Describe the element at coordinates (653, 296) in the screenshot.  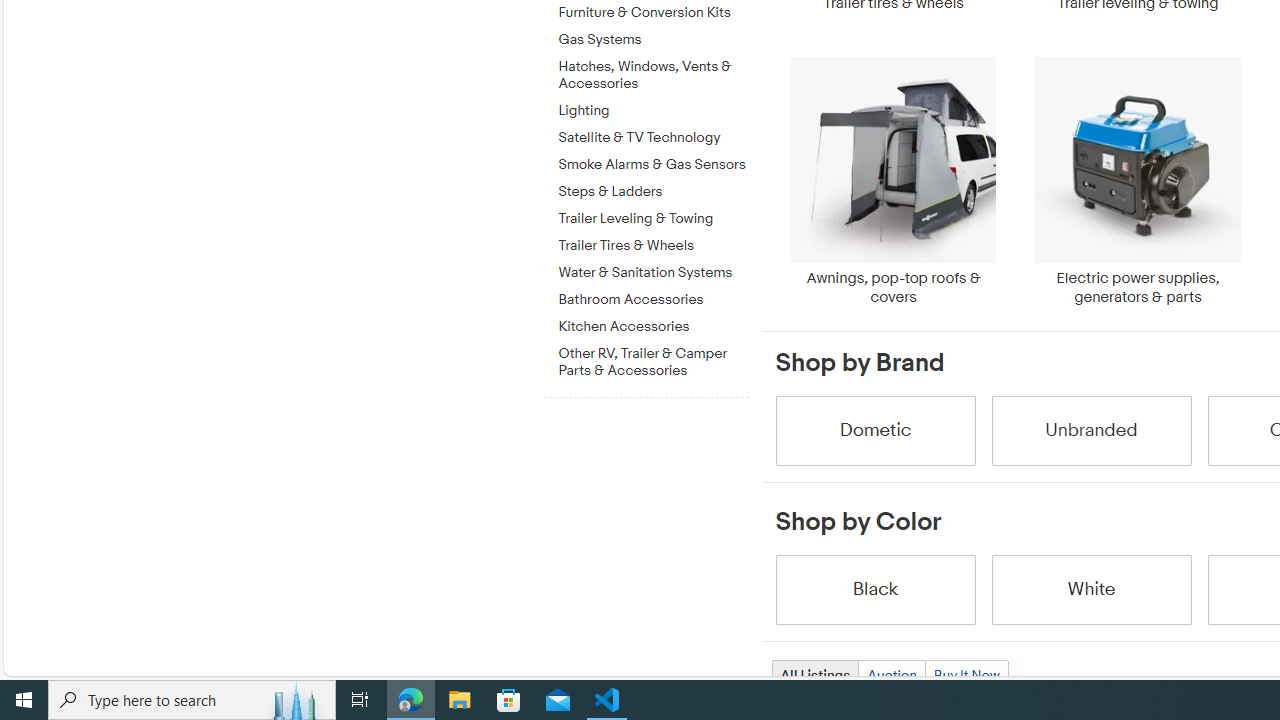
I see `'Bathroom Accessories'` at that location.